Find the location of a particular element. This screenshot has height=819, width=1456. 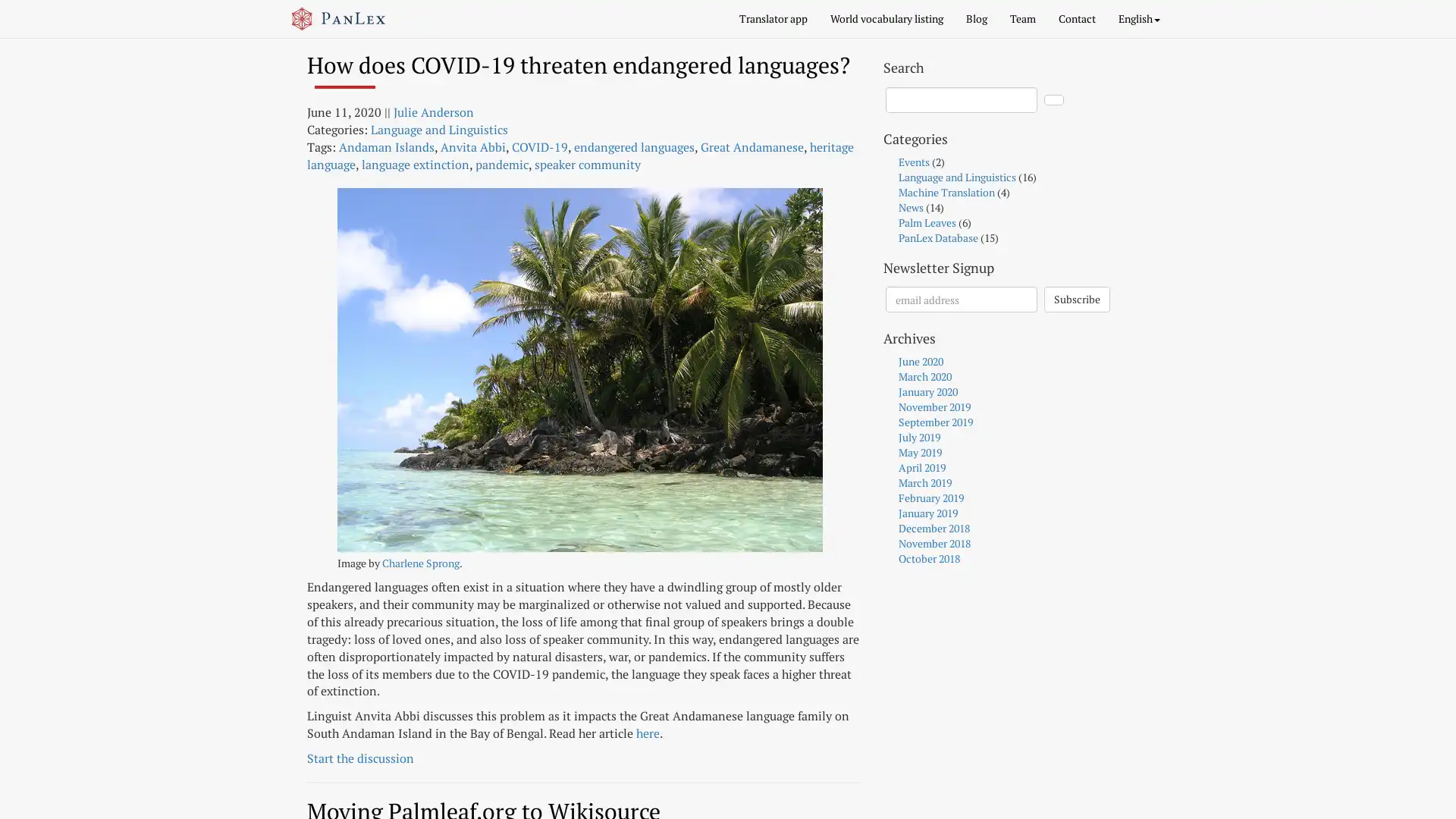

Search is located at coordinates (1053, 99).